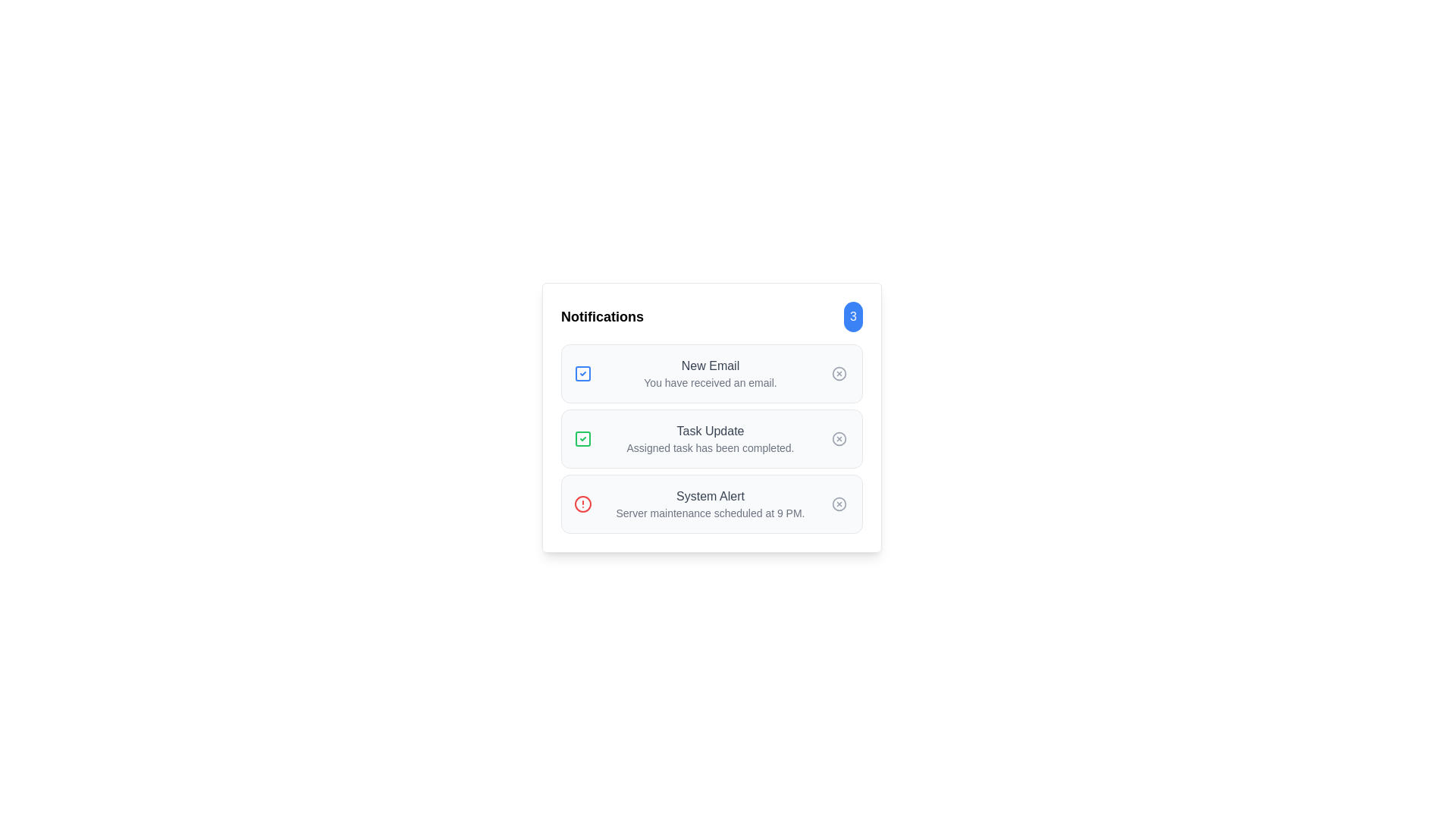 Image resolution: width=1456 pixels, height=819 pixels. I want to click on bold, large-sized text label displaying the word 'Notifications' located at the top-left corner of the notifications menu, so click(601, 315).